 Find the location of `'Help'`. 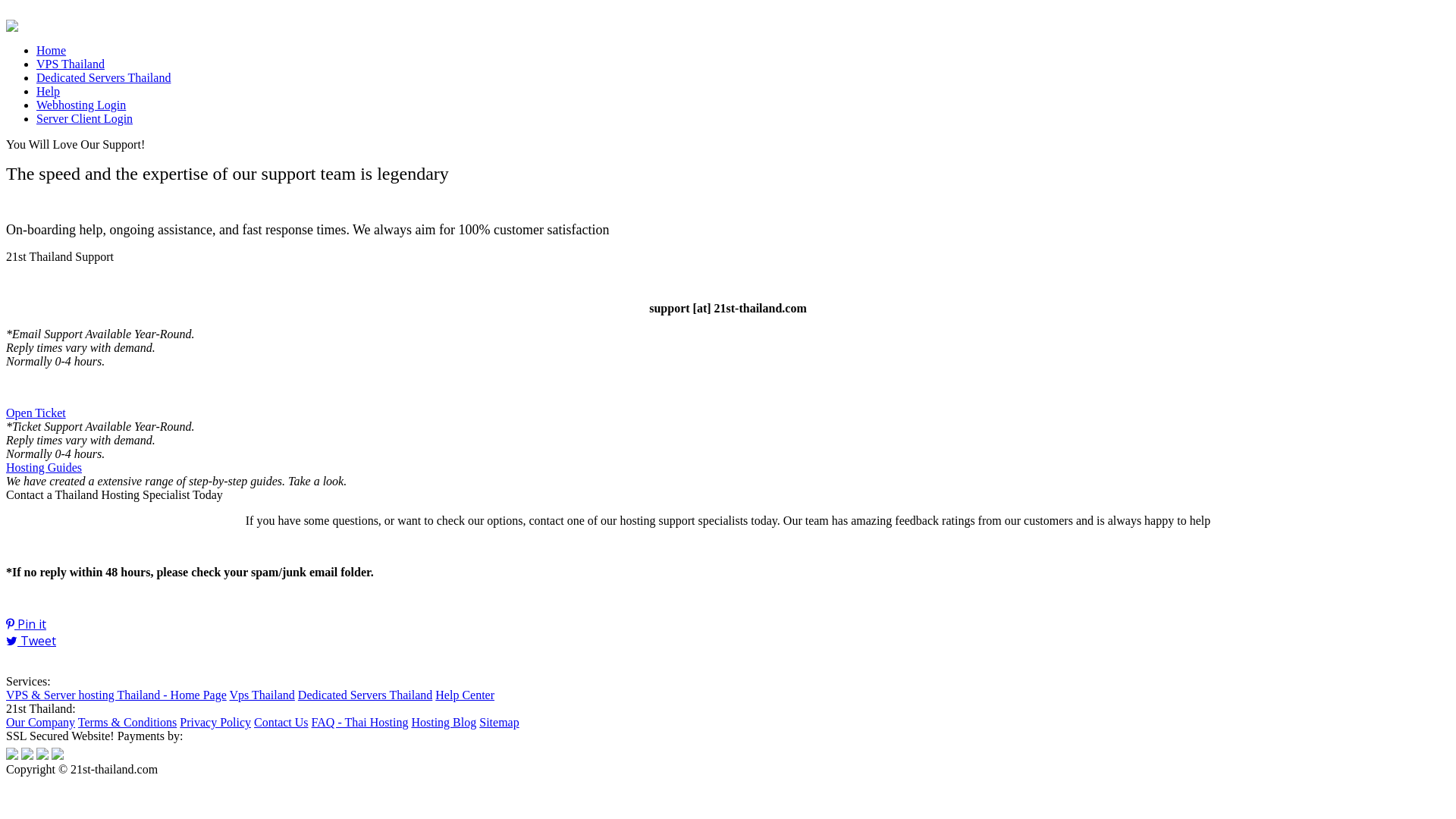

'Help' is located at coordinates (48, 91).